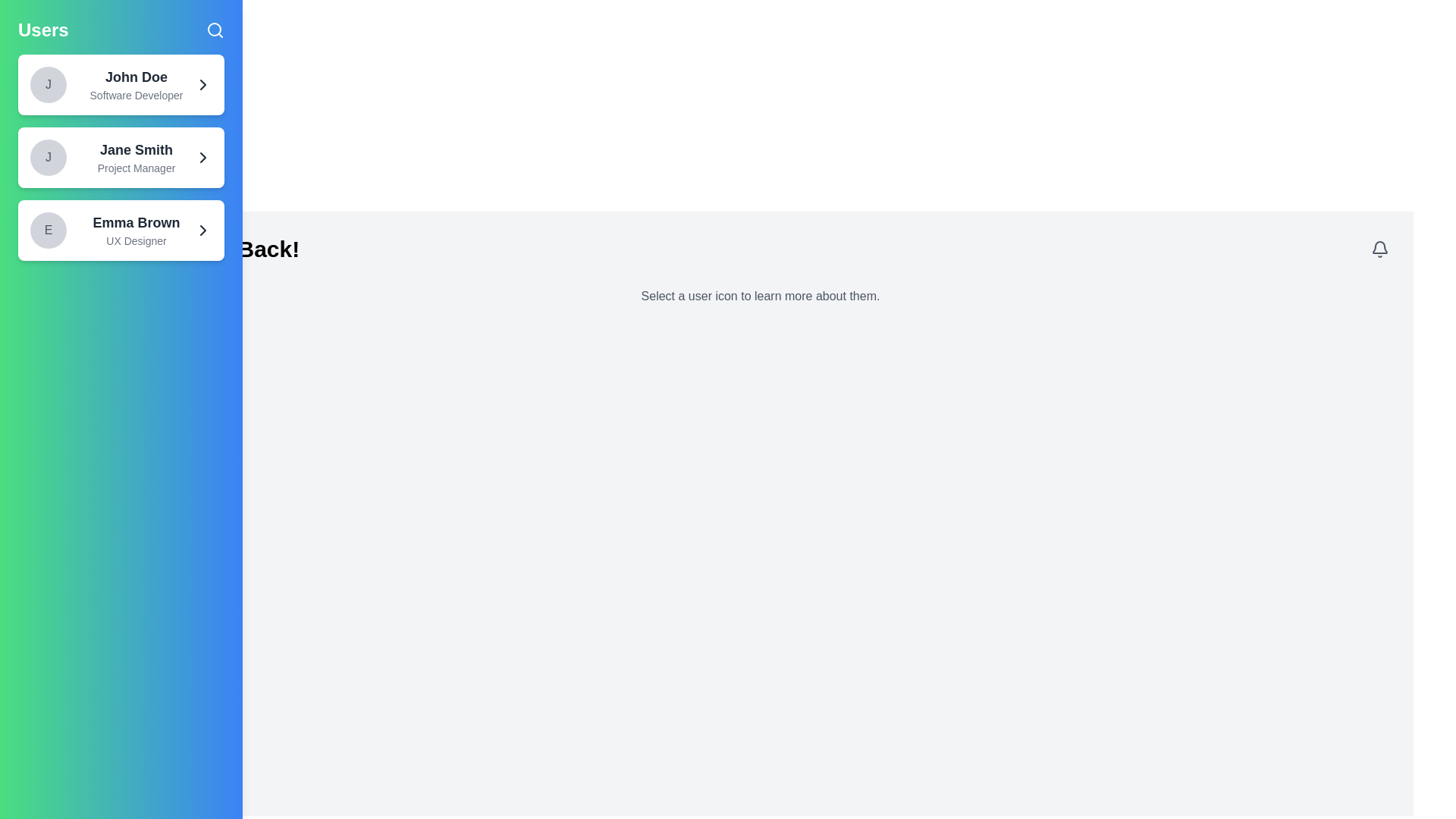 Image resolution: width=1456 pixels, height=819 pixels. Describe the element at coordinates (30, 30) in the screenshot. I see `the toggle button at the top-left corner to toggle the drawer open or closed` at that location.